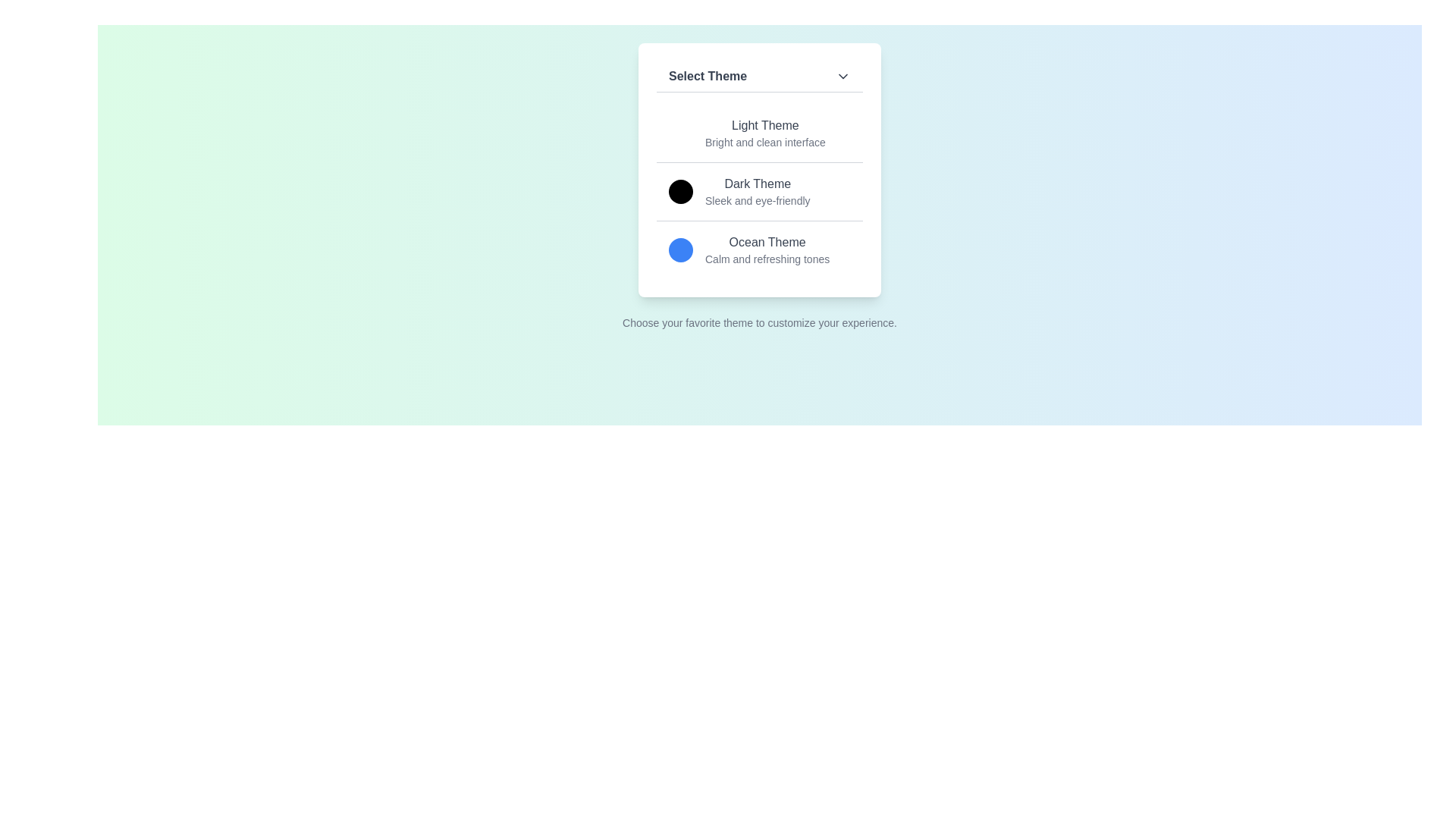 The width and height of the screenshot is (1456, 819). Describe the element at coordinates (760, 133) in the screenshot. I see `the theme Light Theme by clicking on its corresponding option` at that location.